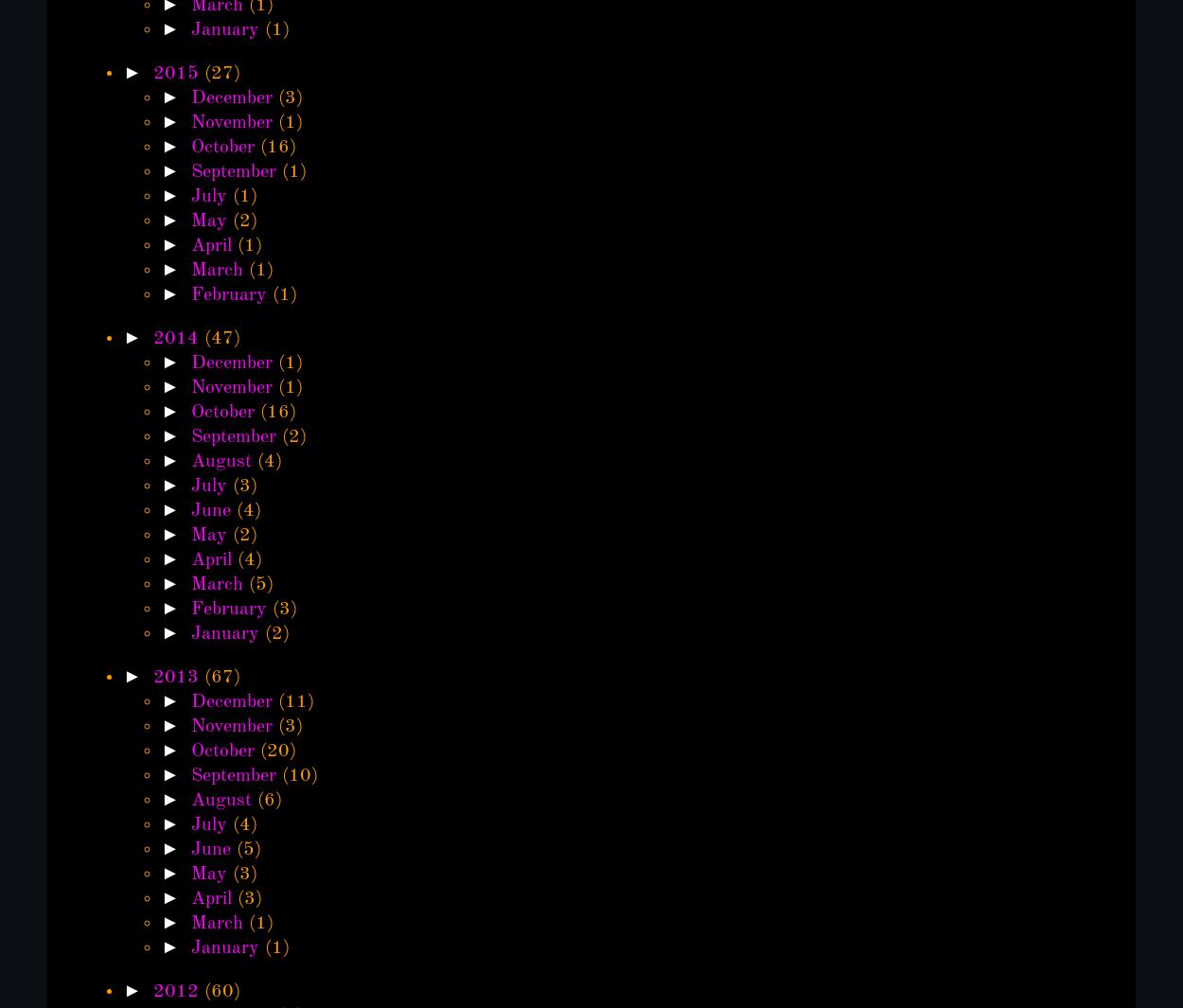 The height and width of the screenshot is (1008, 1183). What do you see at coordinates (175, 338) in the screenshot?
I see `'2014'` at bounding box center [175, 338].